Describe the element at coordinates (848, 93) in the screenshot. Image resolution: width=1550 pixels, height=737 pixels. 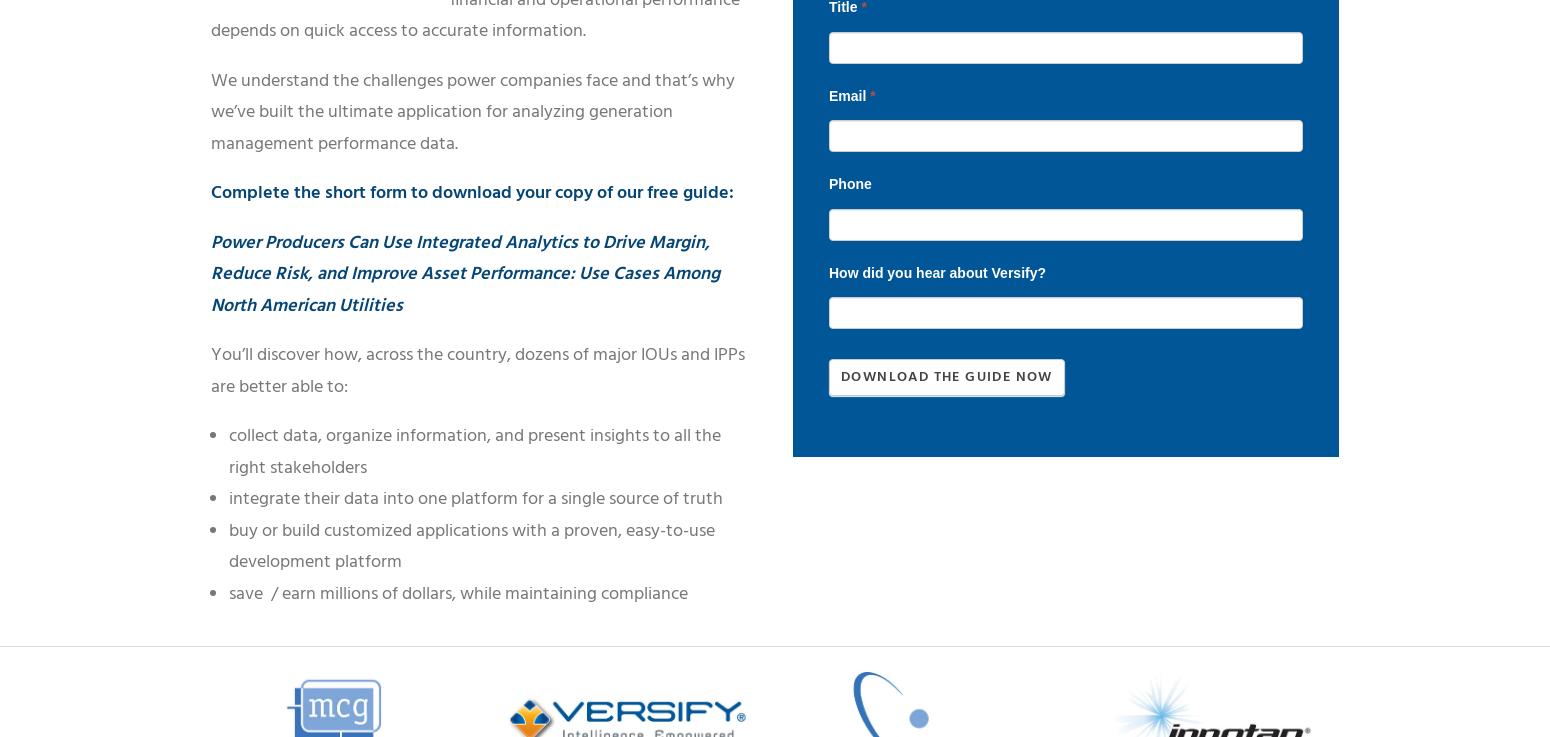
I see `'Email'` at that location.